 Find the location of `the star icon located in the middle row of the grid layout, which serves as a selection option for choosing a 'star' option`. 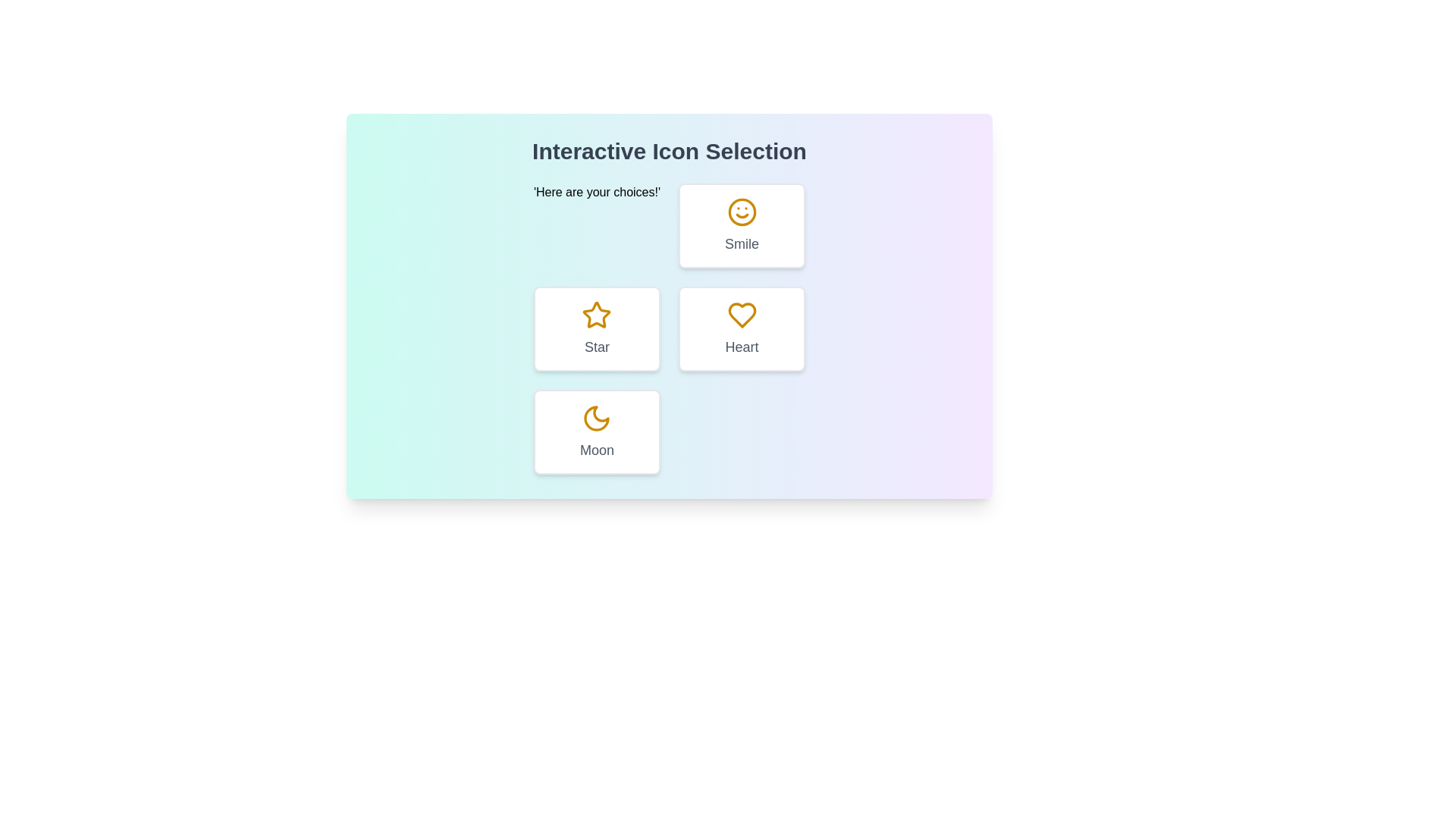

the star icon located in the middle row of the grid layout, which serves as a selection option for choosing a 'star' option is located at coordinates (596, 314).